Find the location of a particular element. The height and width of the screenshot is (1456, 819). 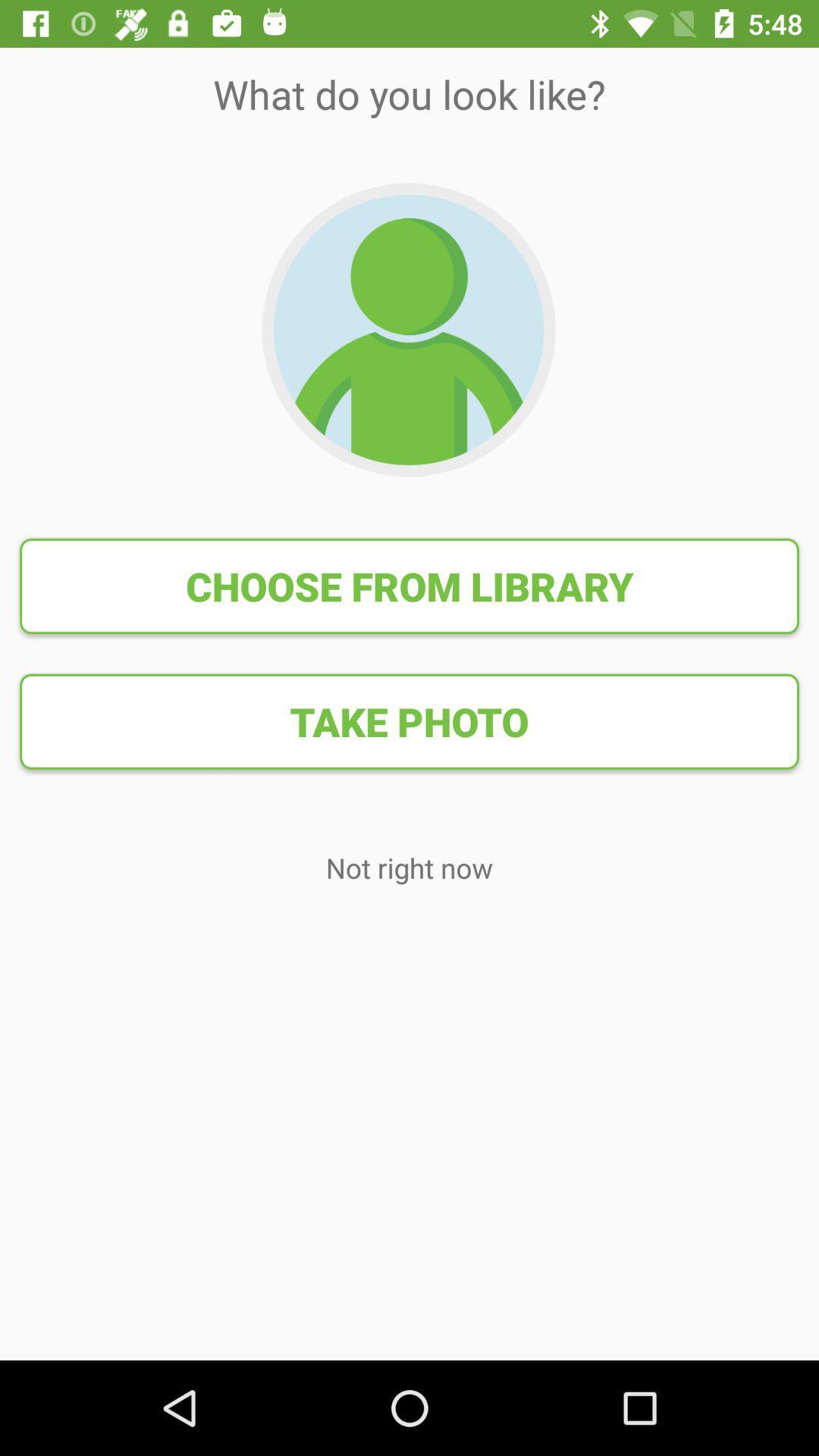

the item above not right now icon is located at coordinates (409, 720).